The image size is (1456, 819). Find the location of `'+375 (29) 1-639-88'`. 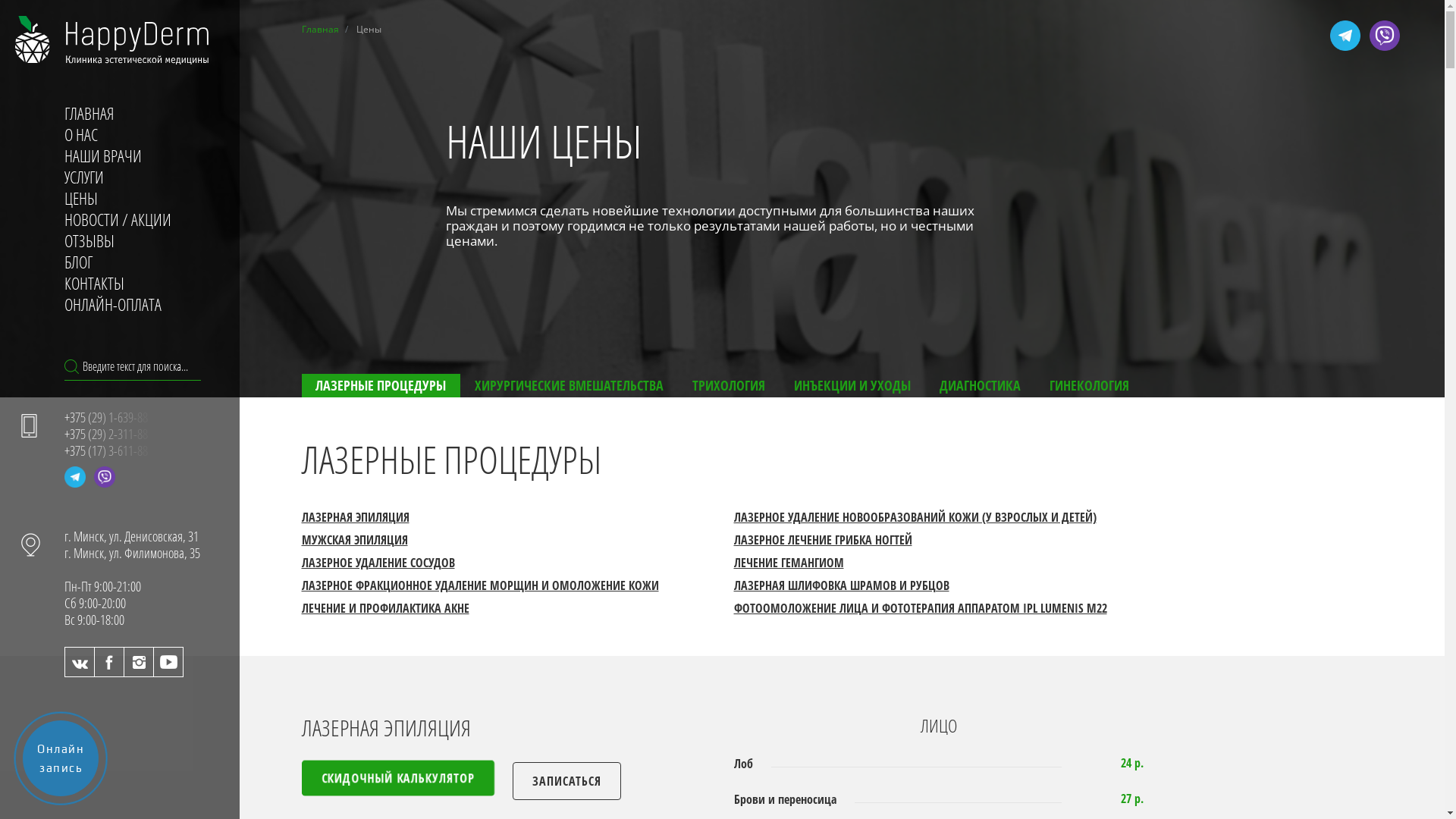

'+375 (29) 1-639-88' is located at coordinates (64, 417).